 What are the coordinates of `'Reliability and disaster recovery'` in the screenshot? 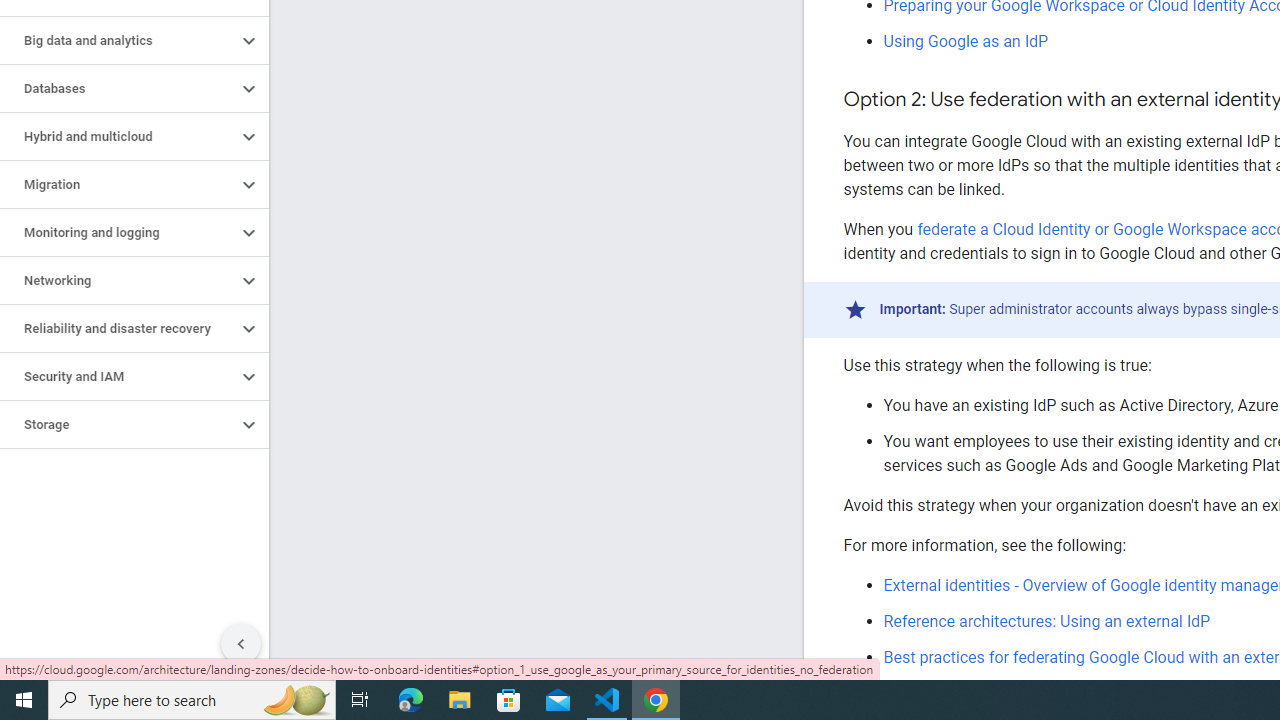 It's located at (117, 328).